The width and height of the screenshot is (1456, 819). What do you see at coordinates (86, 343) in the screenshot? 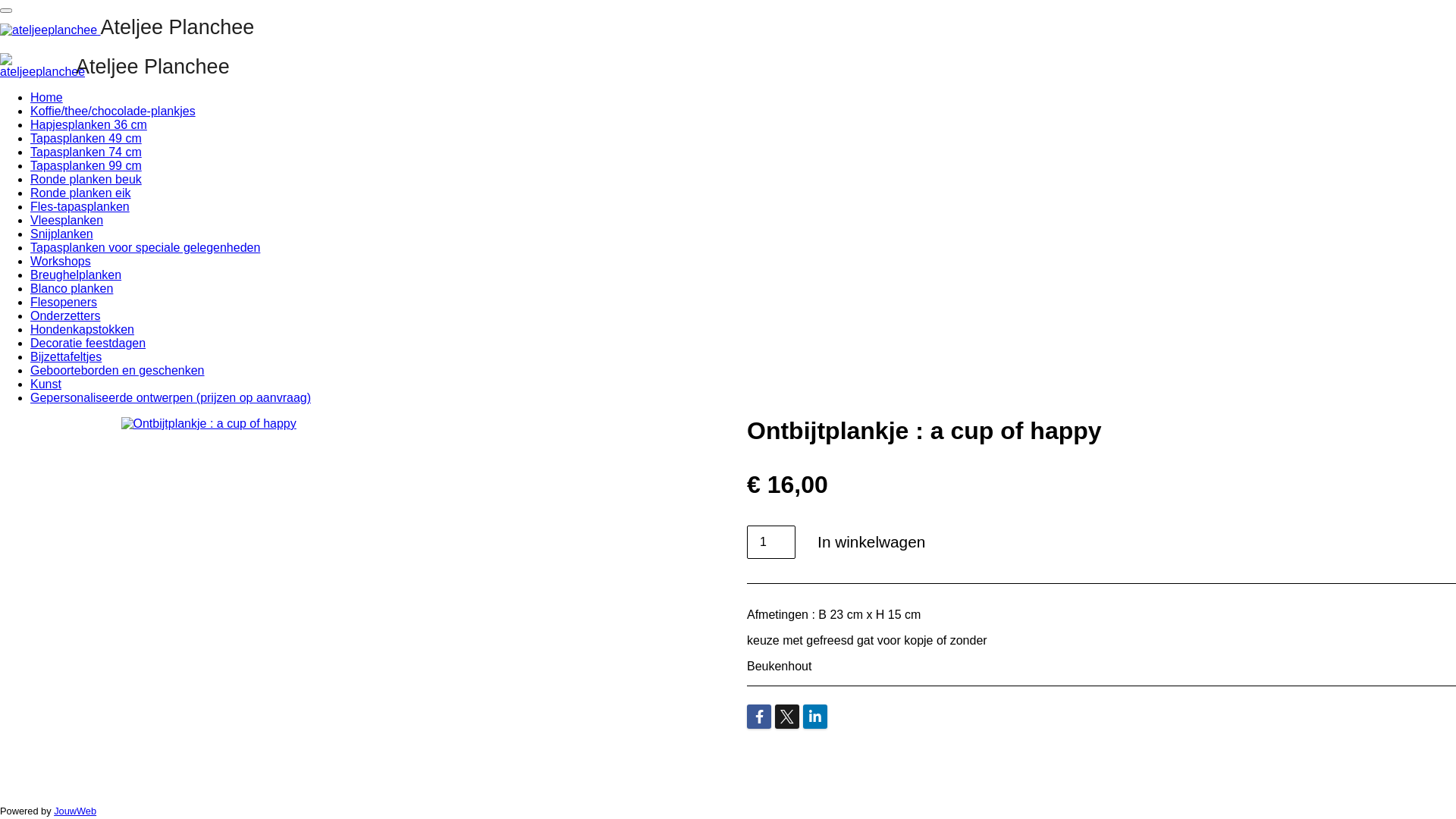
I see `'Decoratie feestdagen'` at bounding box center [86, 343].